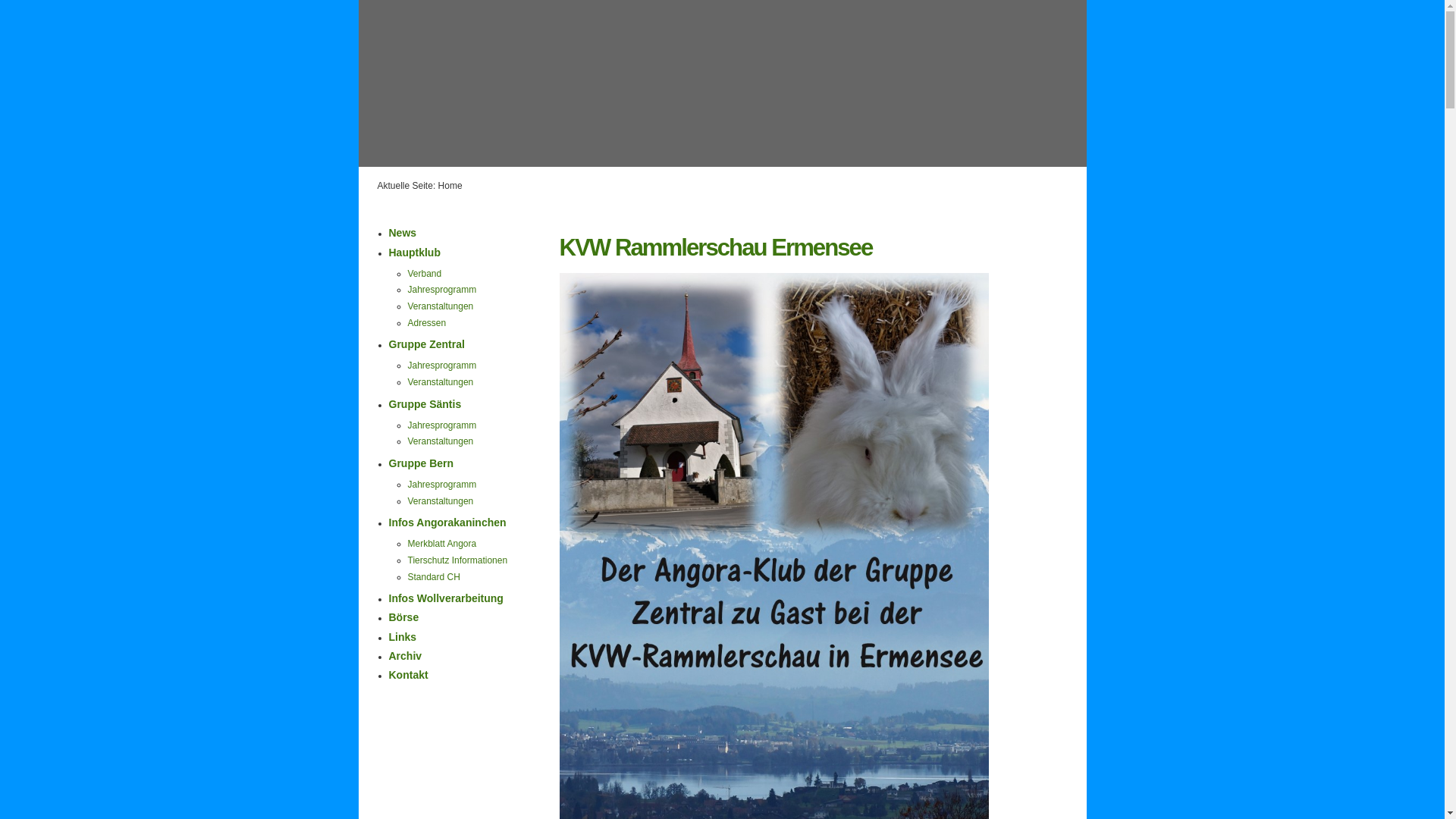 Image resolution: width=1456 pixels, height=819 pixels. I want to click on 'Veranstaltungen', so click(440, 441).